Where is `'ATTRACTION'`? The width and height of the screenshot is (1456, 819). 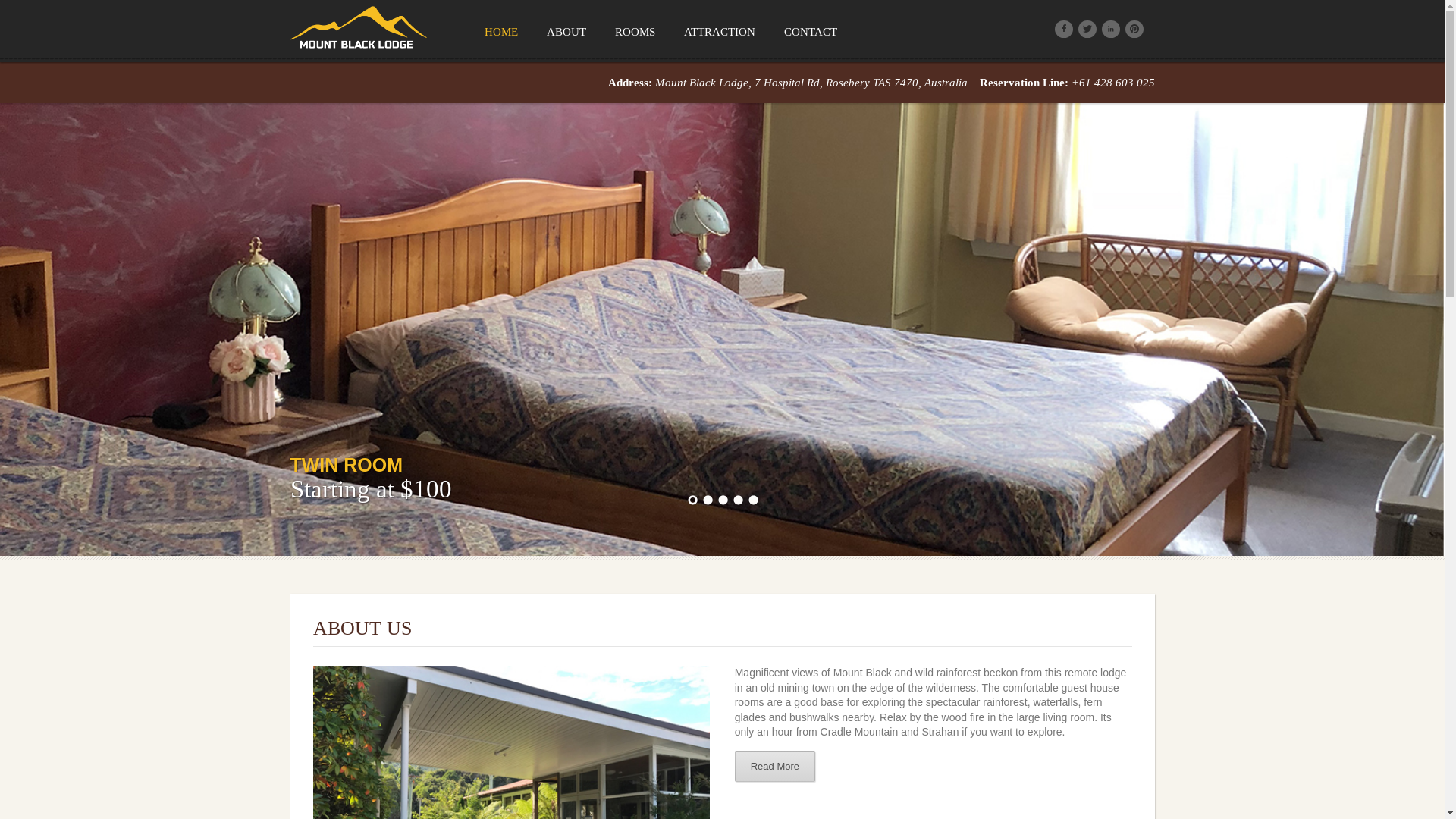
'ATTRACTION' is located at coordinates (668, 31).